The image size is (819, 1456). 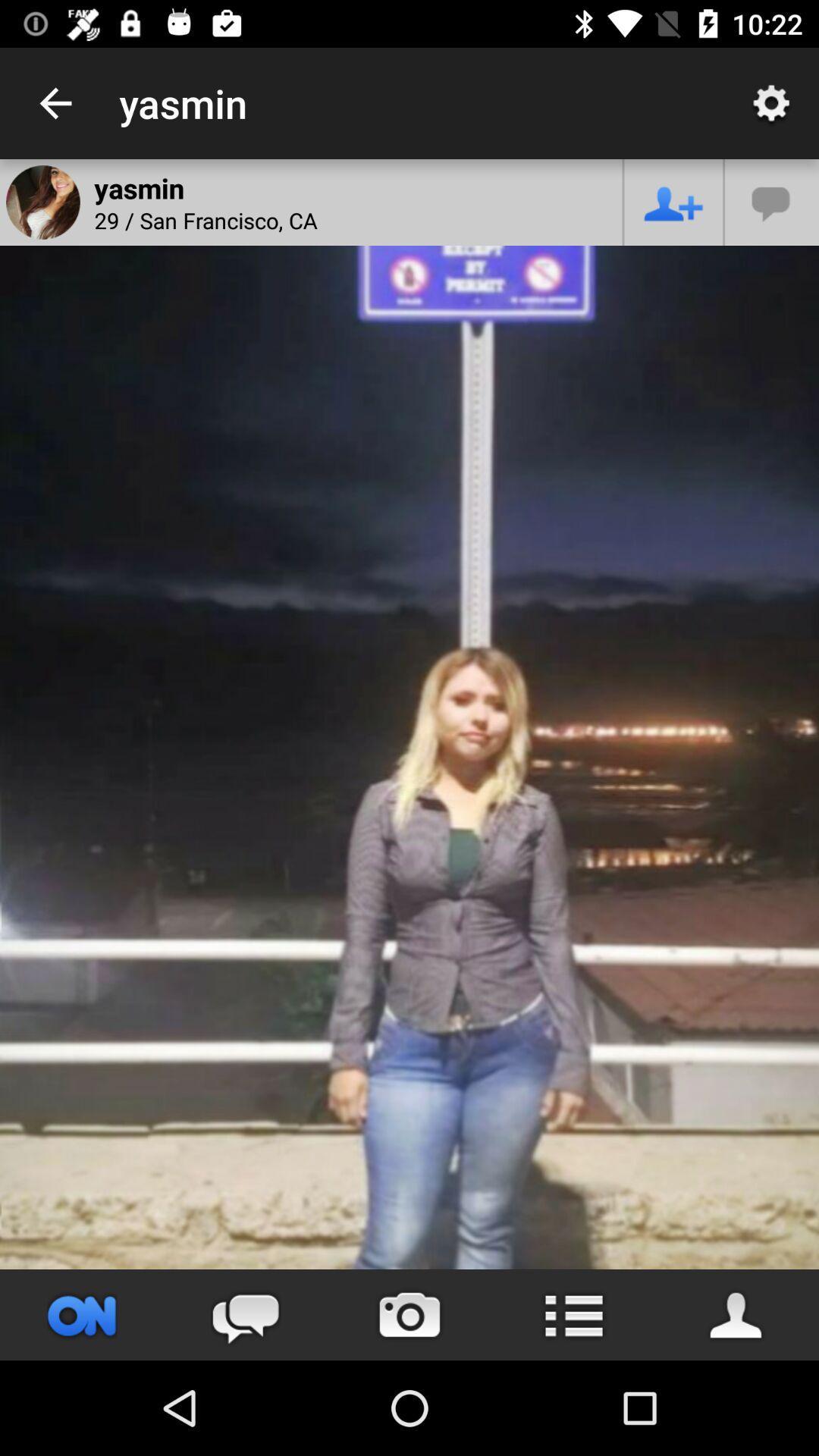 I want to click on take a picture, so click(x=409, y=1314).